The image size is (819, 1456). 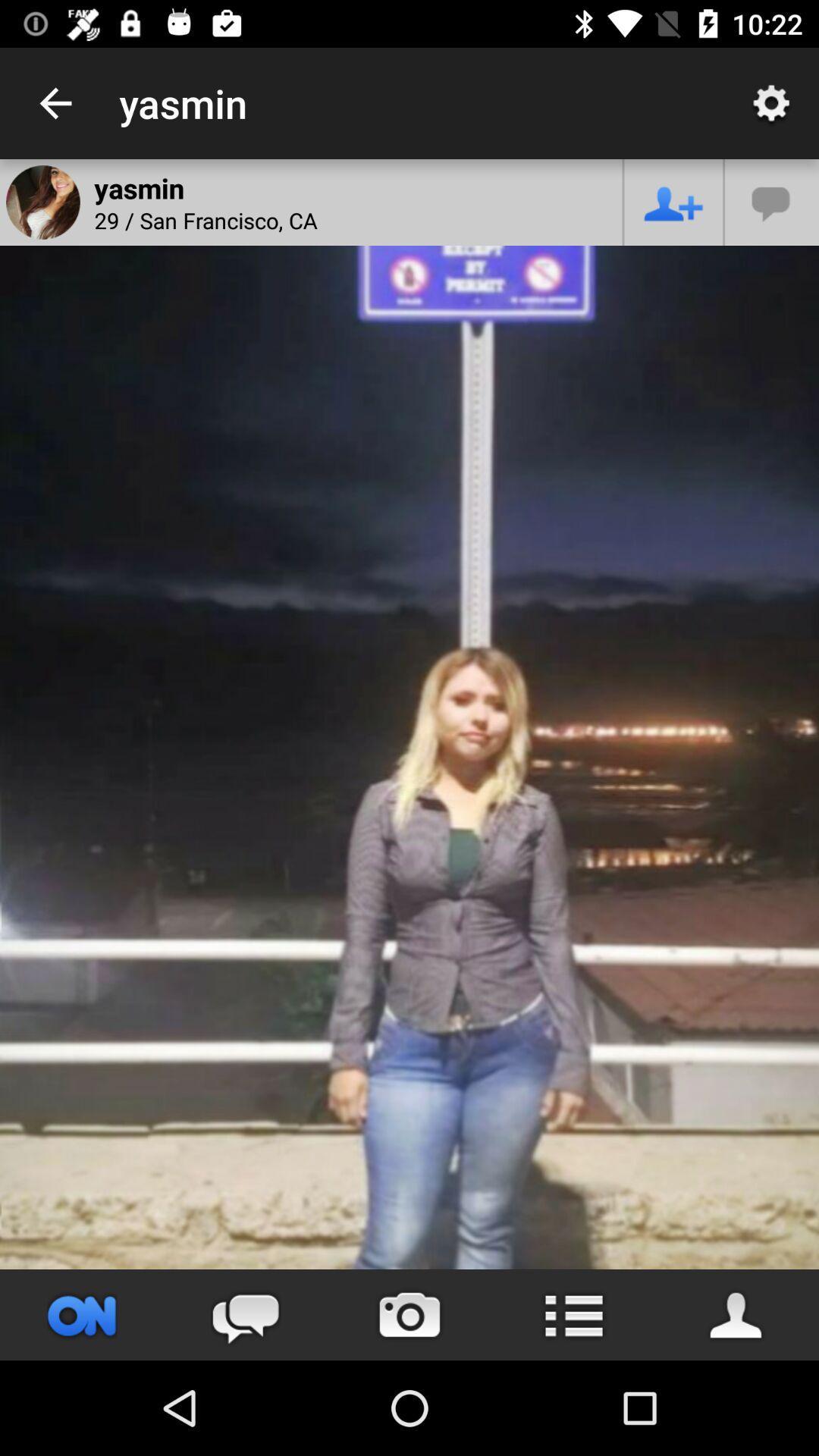 I want to click on take a picture, so click(x=409, y=1314).